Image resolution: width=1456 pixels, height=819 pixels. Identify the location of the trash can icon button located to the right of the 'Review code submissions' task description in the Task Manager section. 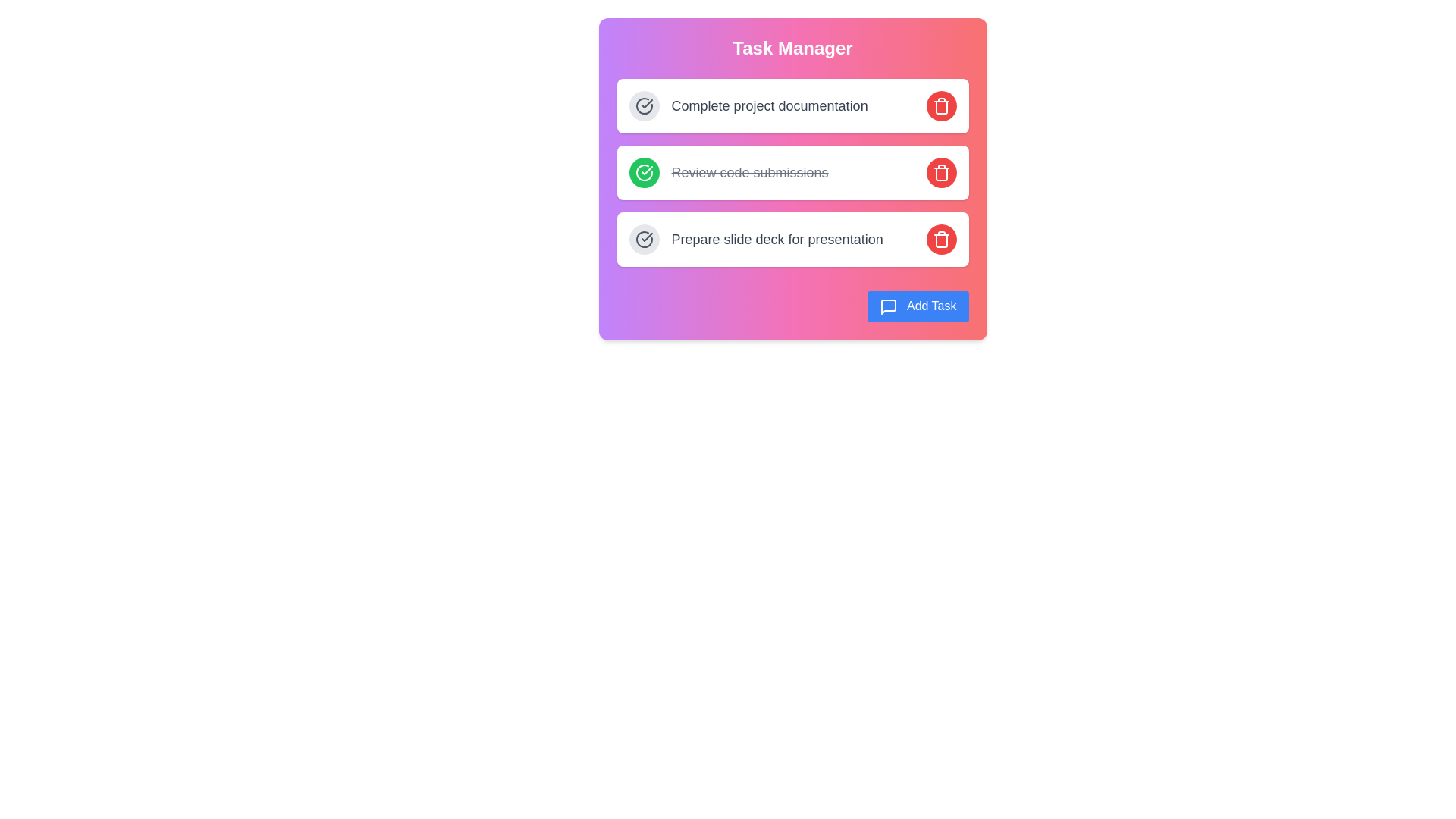
(940, 174).